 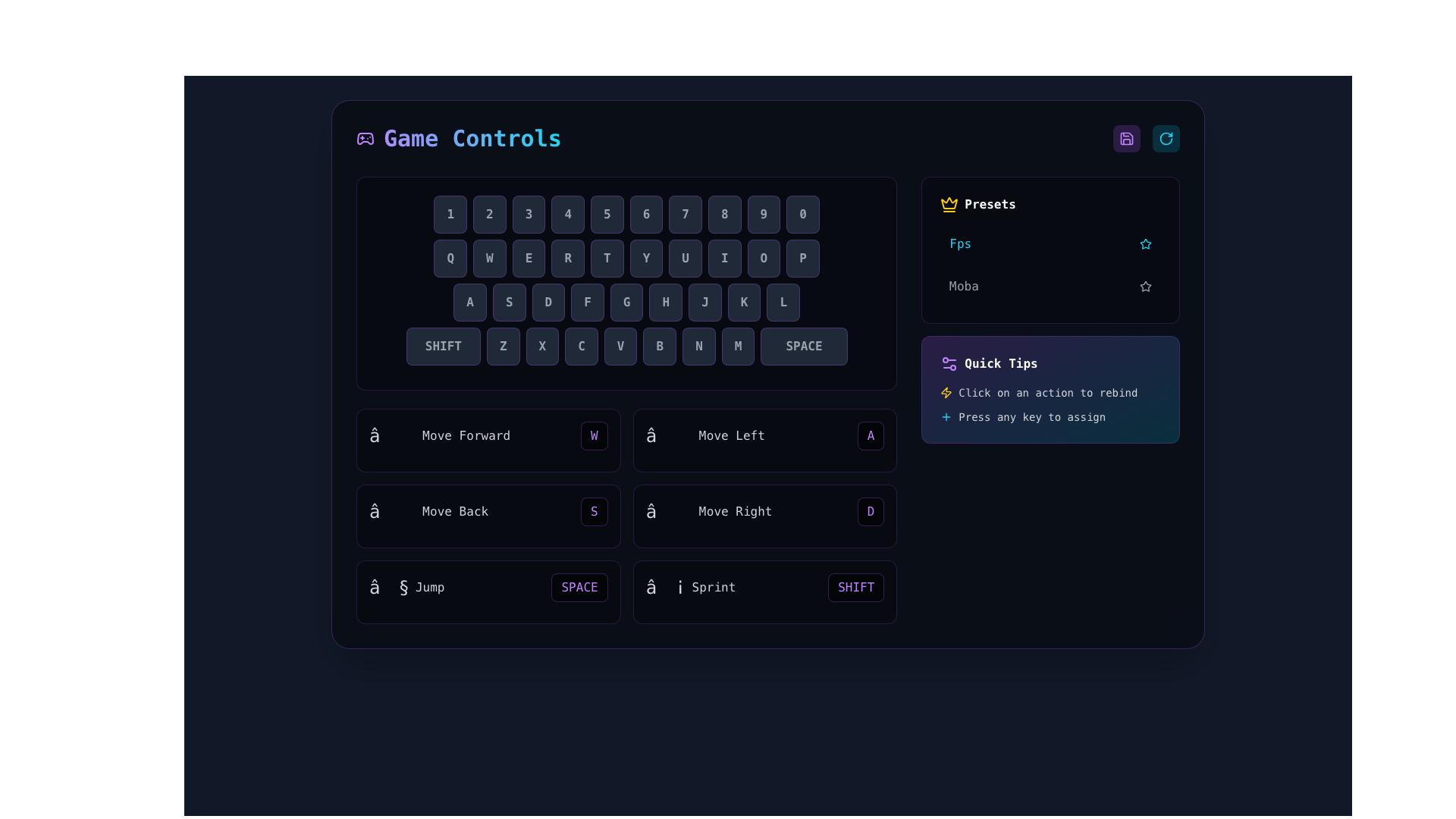 I want to click on the Text Label that displays an arrow symbol followed by the text 'Move Right', located in the lower middle part of the directional controls grid, so click(x=708, y=512).